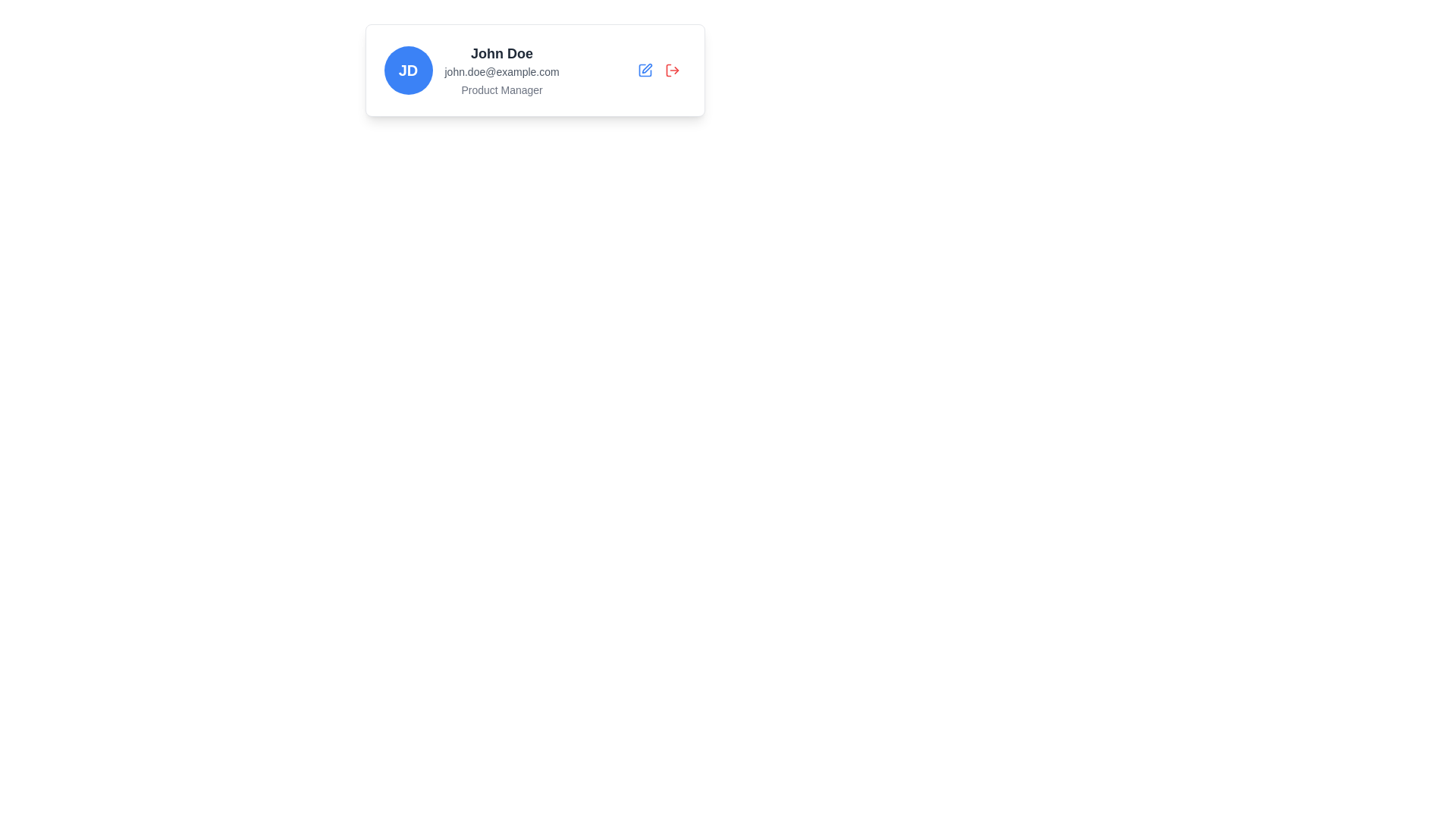 The width and height of the screenshot is (1456, 819). What do you see at coordinates (502, 72) in the screenshot?
I see `the text 'john.doe@example.com' located below 'John Doe' and above 'Product Manager'` at bounding box center [502, 72].